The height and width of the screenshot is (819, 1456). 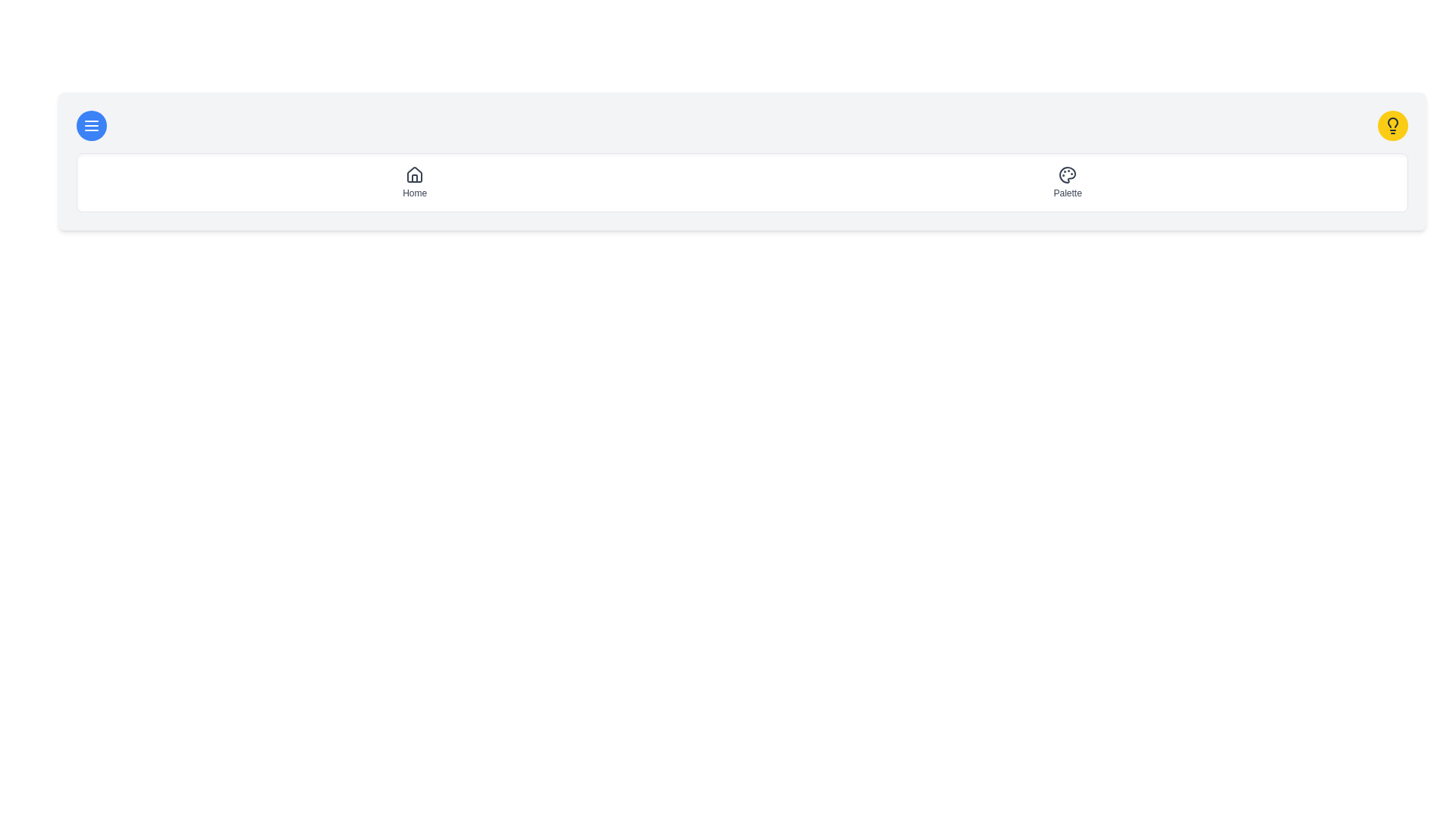 I want to click on the blue circular button containing the SVG menu icon with three horizontal lines, so click(x=90, y=124).